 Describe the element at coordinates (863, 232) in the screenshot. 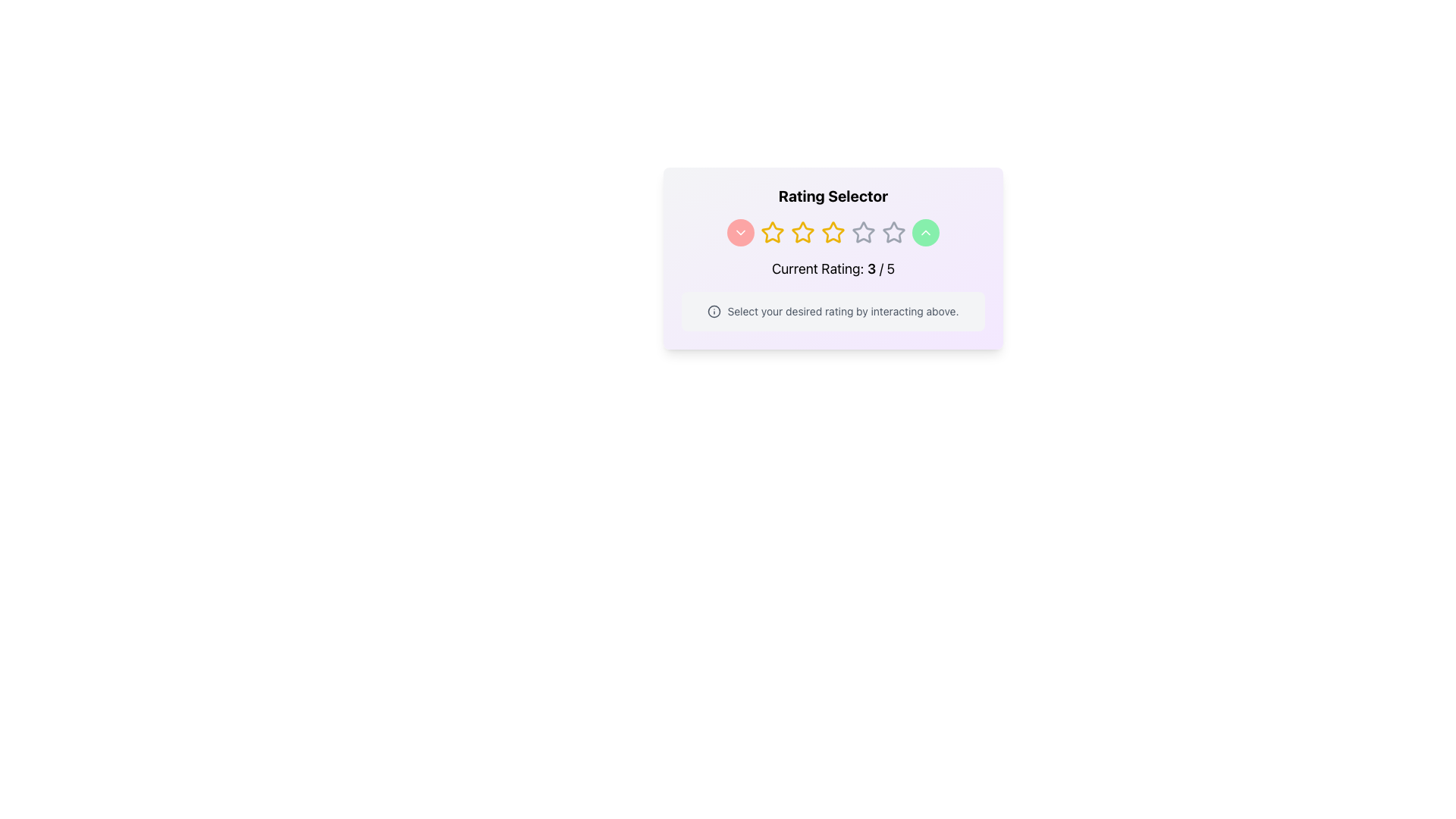

I see `the third star in the rating system` at that location.